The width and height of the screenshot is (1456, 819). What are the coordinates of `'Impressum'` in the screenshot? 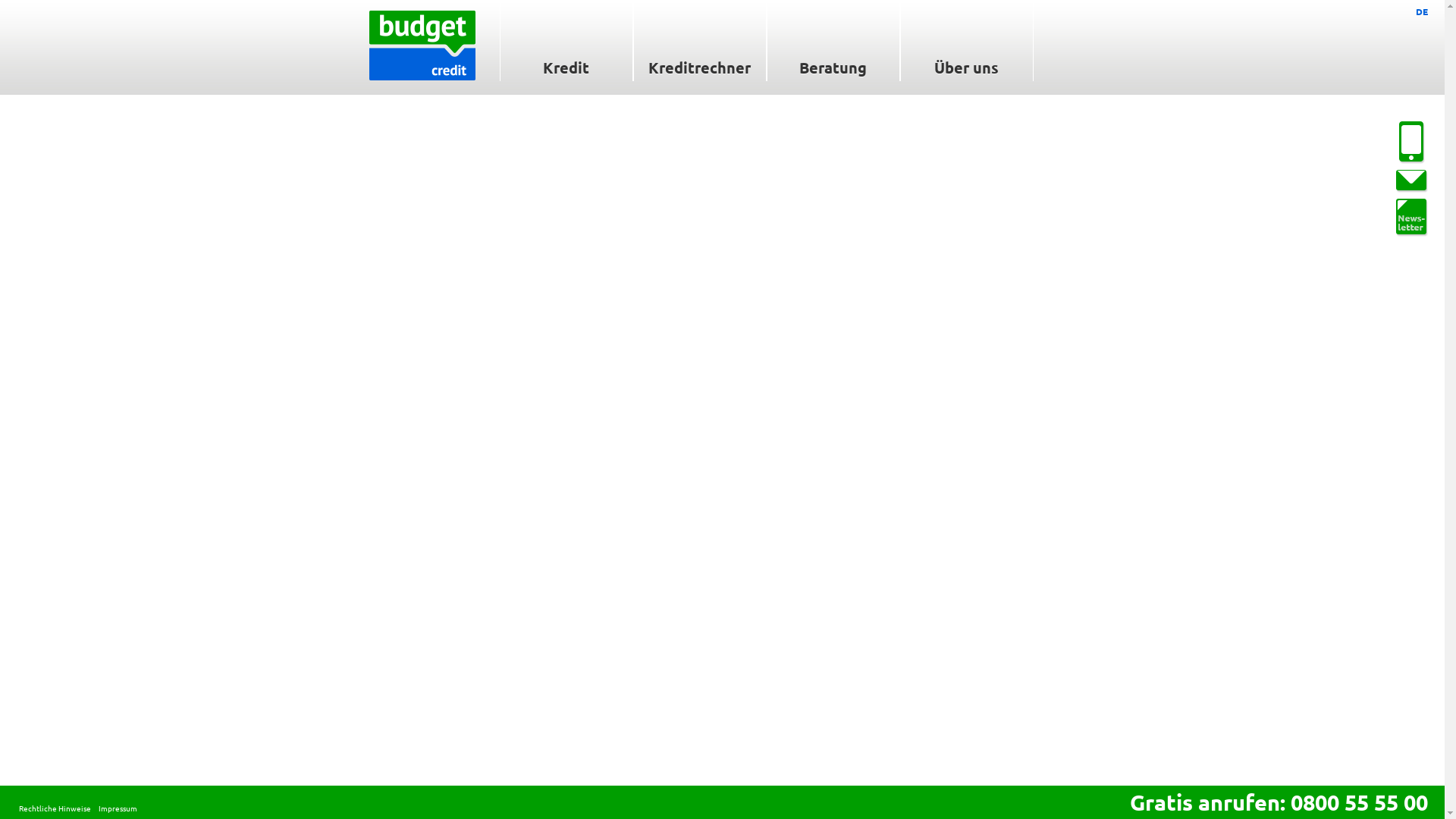 It's located at (97, 807).